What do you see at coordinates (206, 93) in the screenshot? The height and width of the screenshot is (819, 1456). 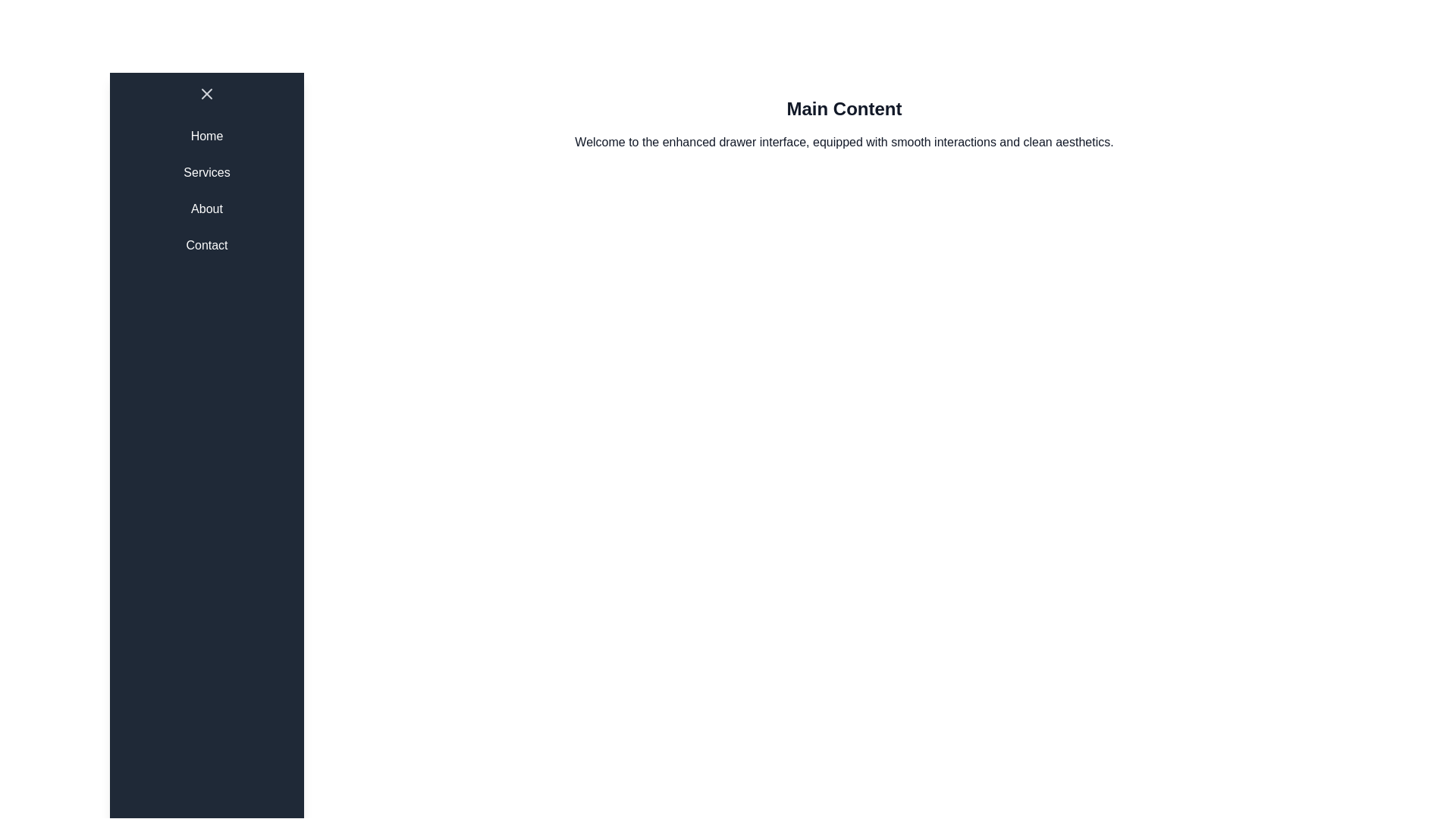 I see `the small square-shaped button with a dark background and a light gray 'X' mark at its center` at bounding box center [206, 93].